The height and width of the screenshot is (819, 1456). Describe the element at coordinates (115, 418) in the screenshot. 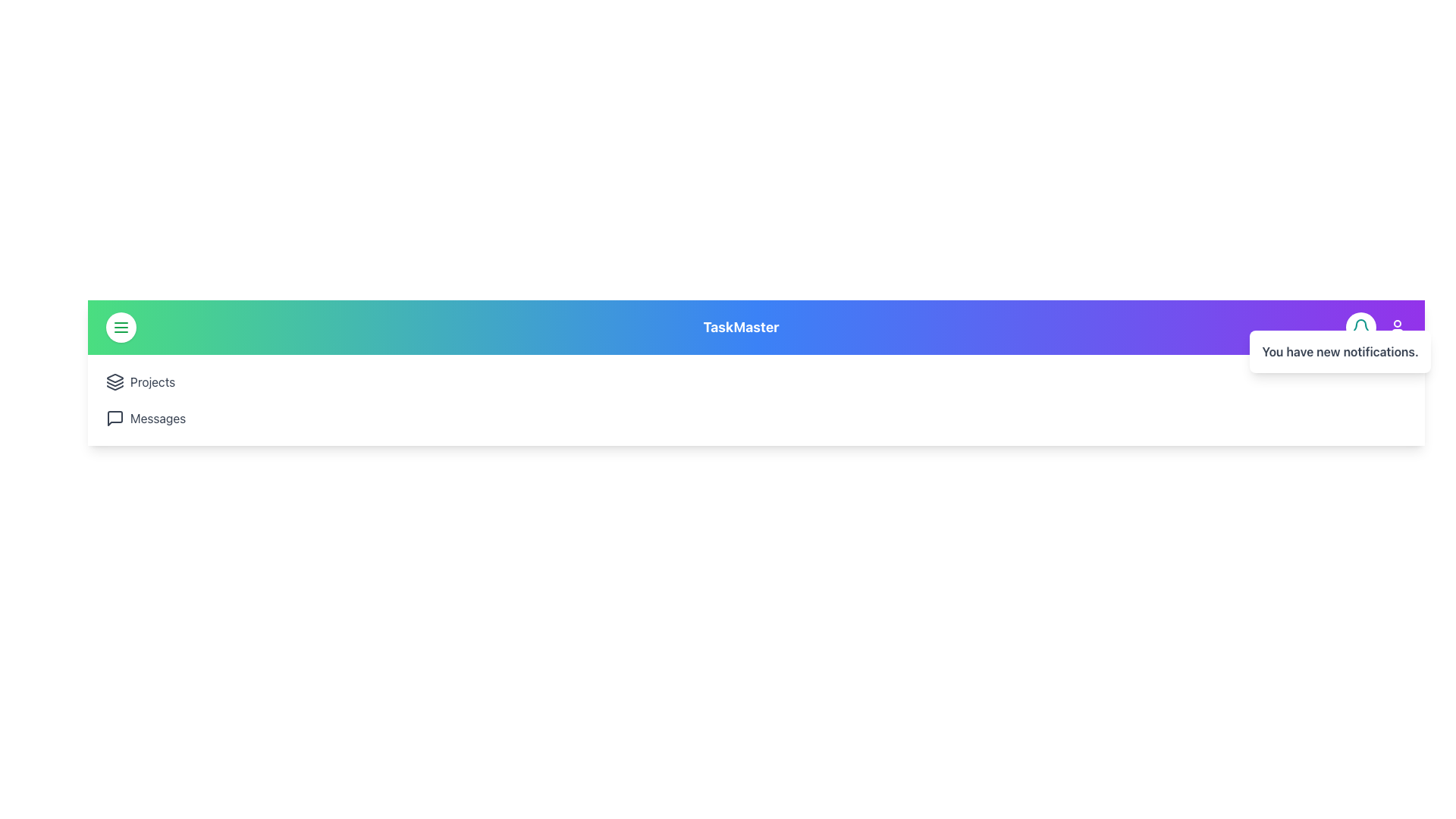

I see `the 'Messages' icon, which is the second interactive graphic under the menu button, located beneath the 'Projects' icon and to the left of the 'Messages' text` at that location.